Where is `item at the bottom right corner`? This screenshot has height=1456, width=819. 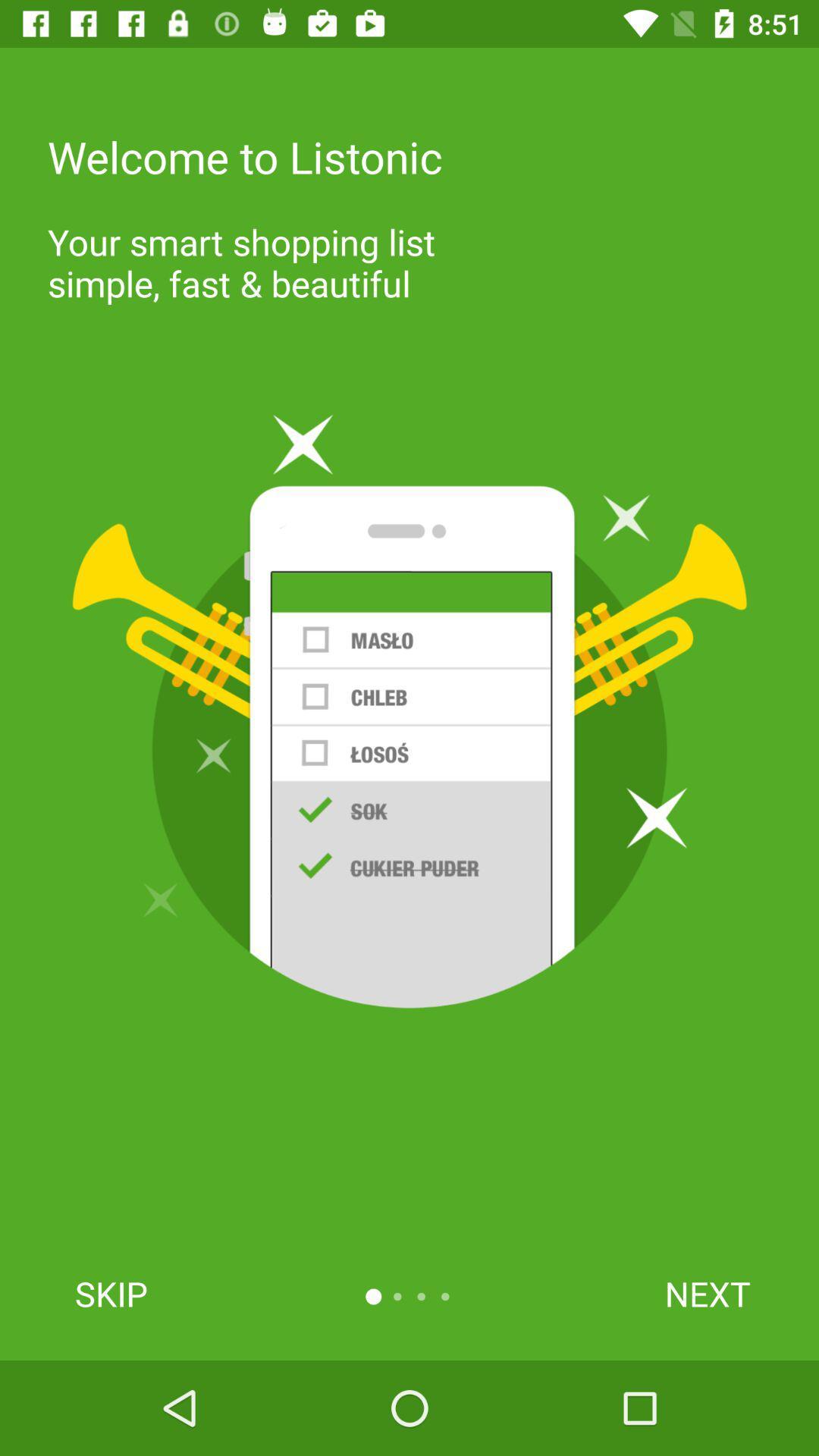
item at the bottom right corner is located at coordinates (708, 1293).